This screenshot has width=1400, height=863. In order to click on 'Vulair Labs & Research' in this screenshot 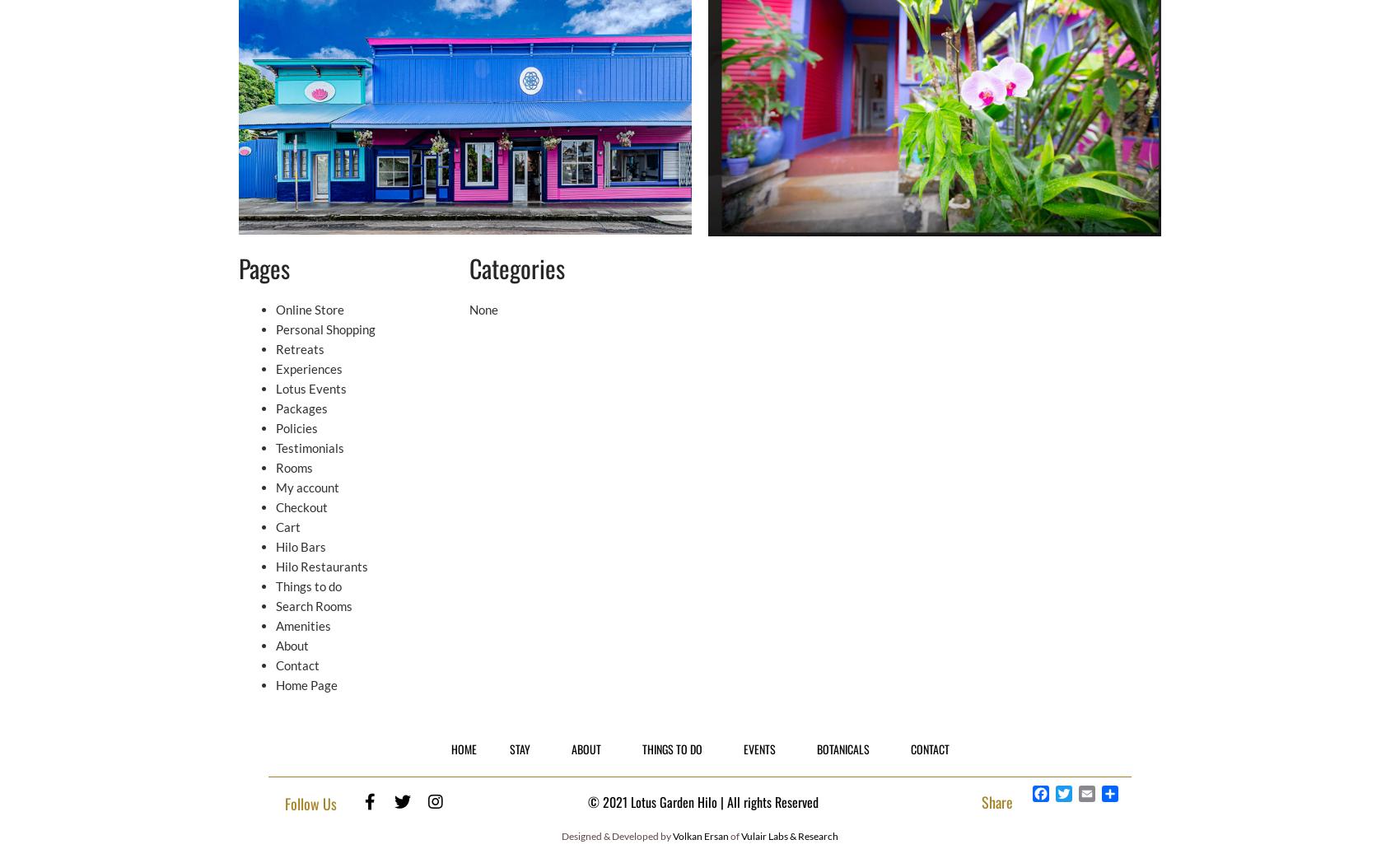, I will do `click(788, 835)`.